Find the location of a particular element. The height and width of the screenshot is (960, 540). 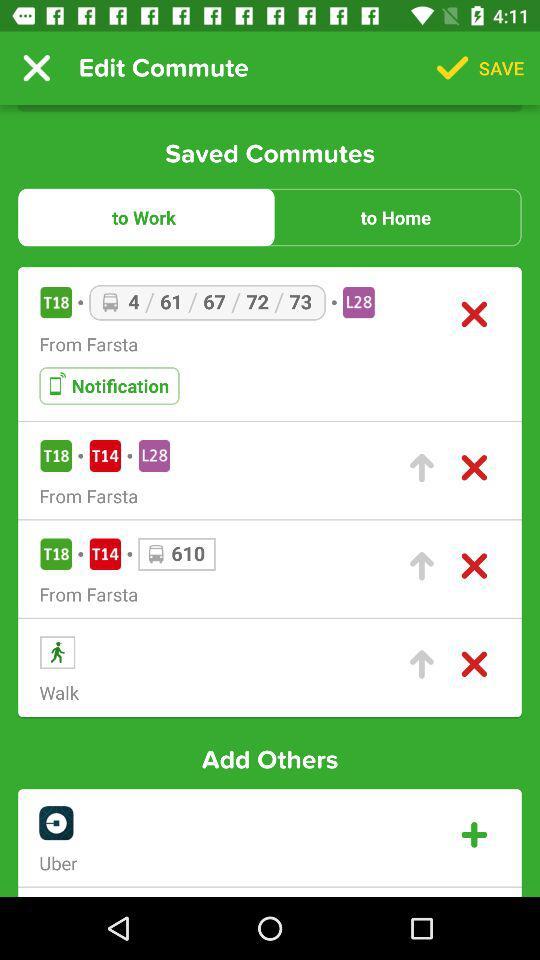

route is located at coordinates (420, 468).